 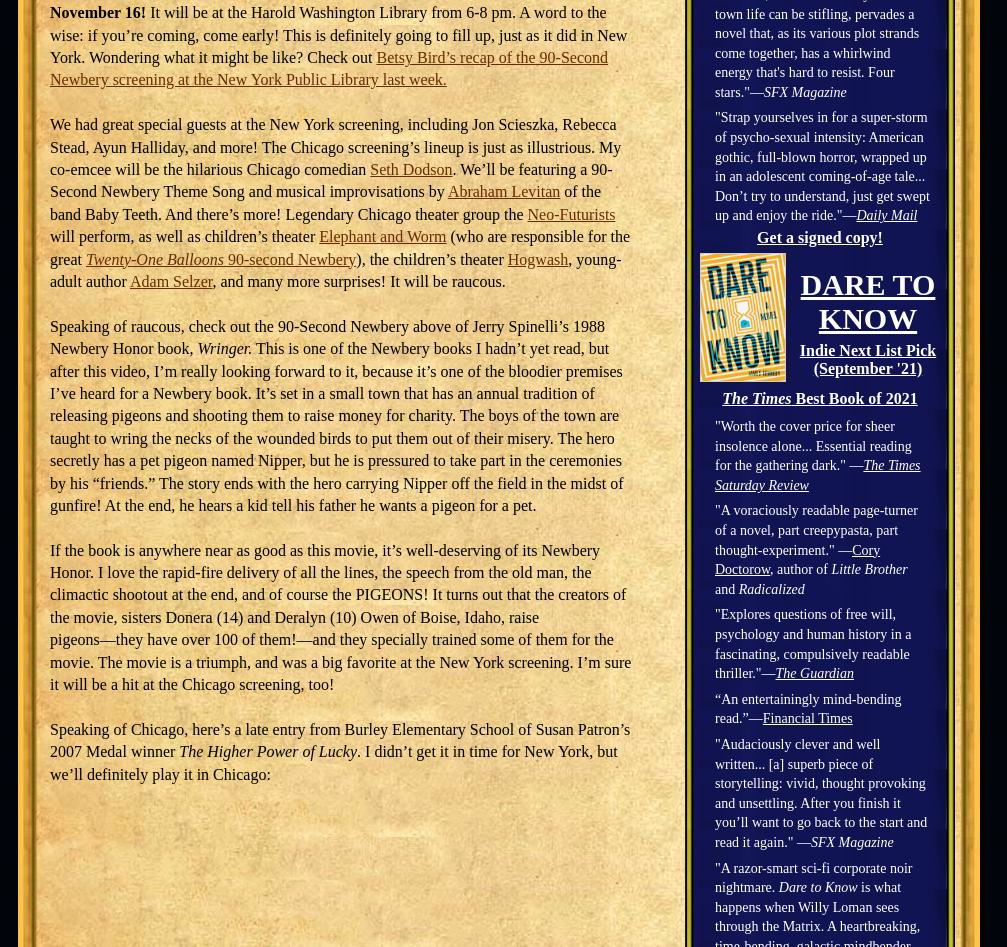 What do you see at coordinates (358, 280) in the screenshot?
I see `', and many more surprises! It will be raucous.'` at bounding box center [358, 280].